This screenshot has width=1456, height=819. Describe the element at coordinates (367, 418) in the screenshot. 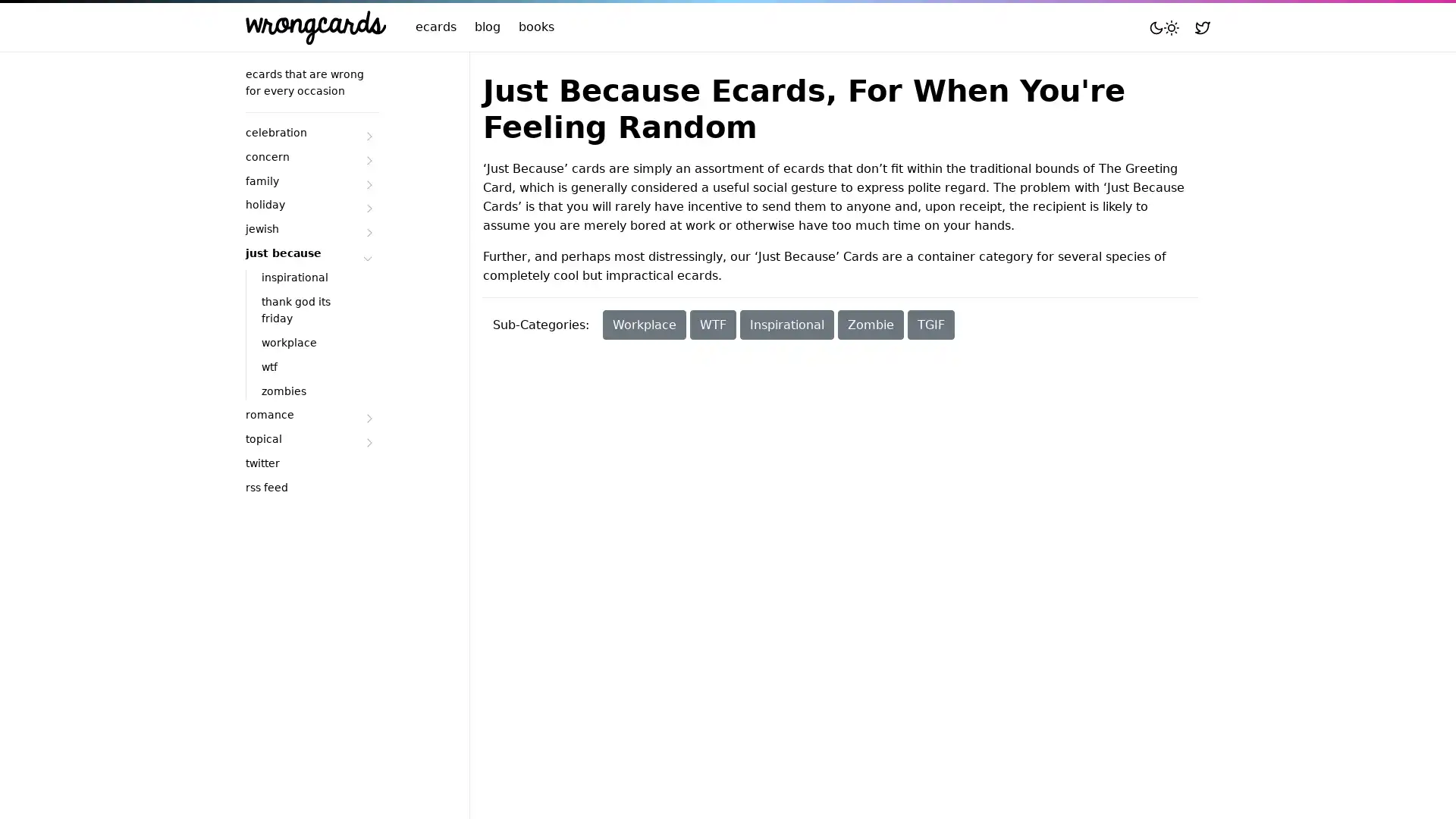

I see `Submenu` at that location.